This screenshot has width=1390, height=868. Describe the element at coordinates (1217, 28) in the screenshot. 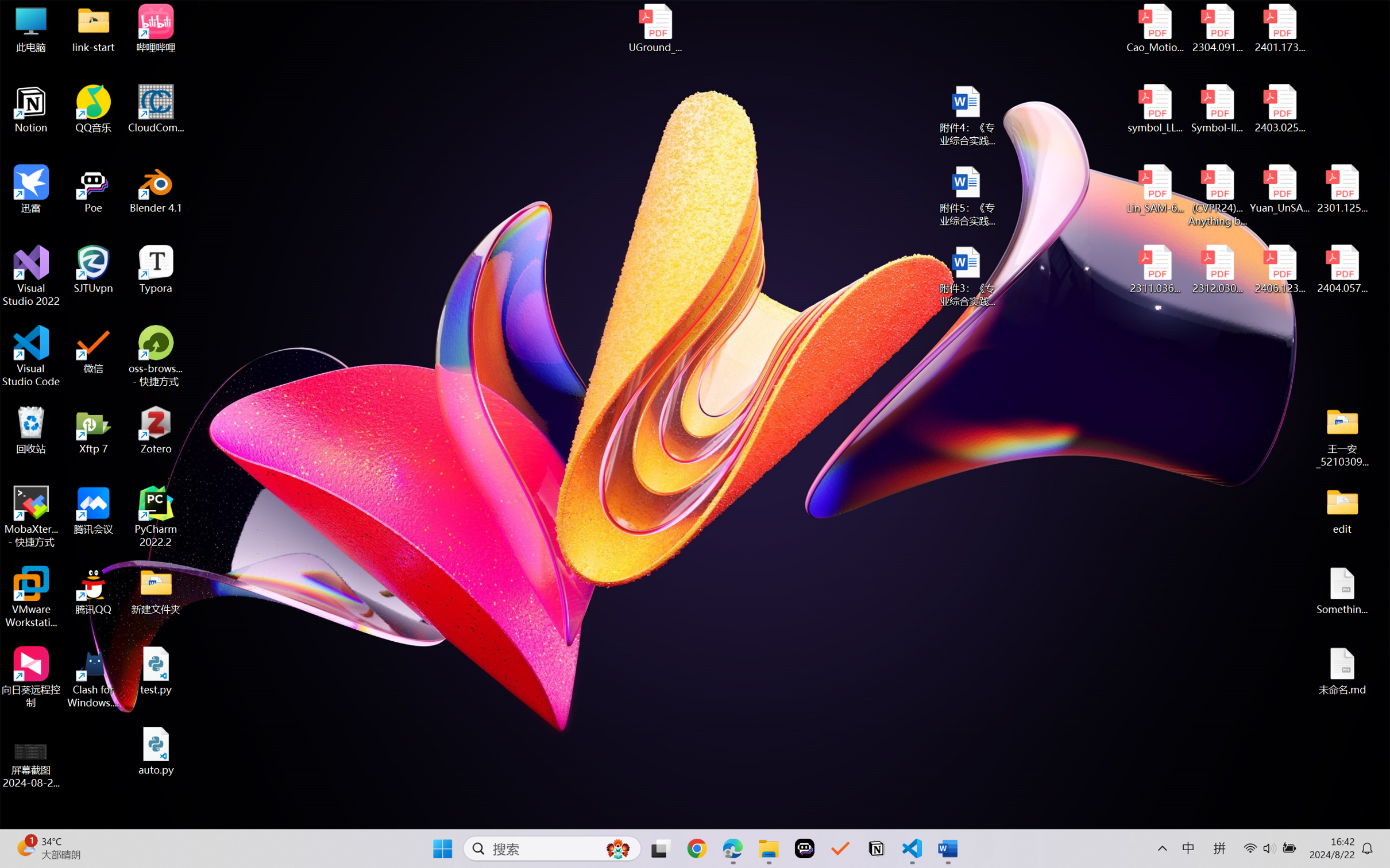

I see `'2304.09121v3.pdf'` at that location.